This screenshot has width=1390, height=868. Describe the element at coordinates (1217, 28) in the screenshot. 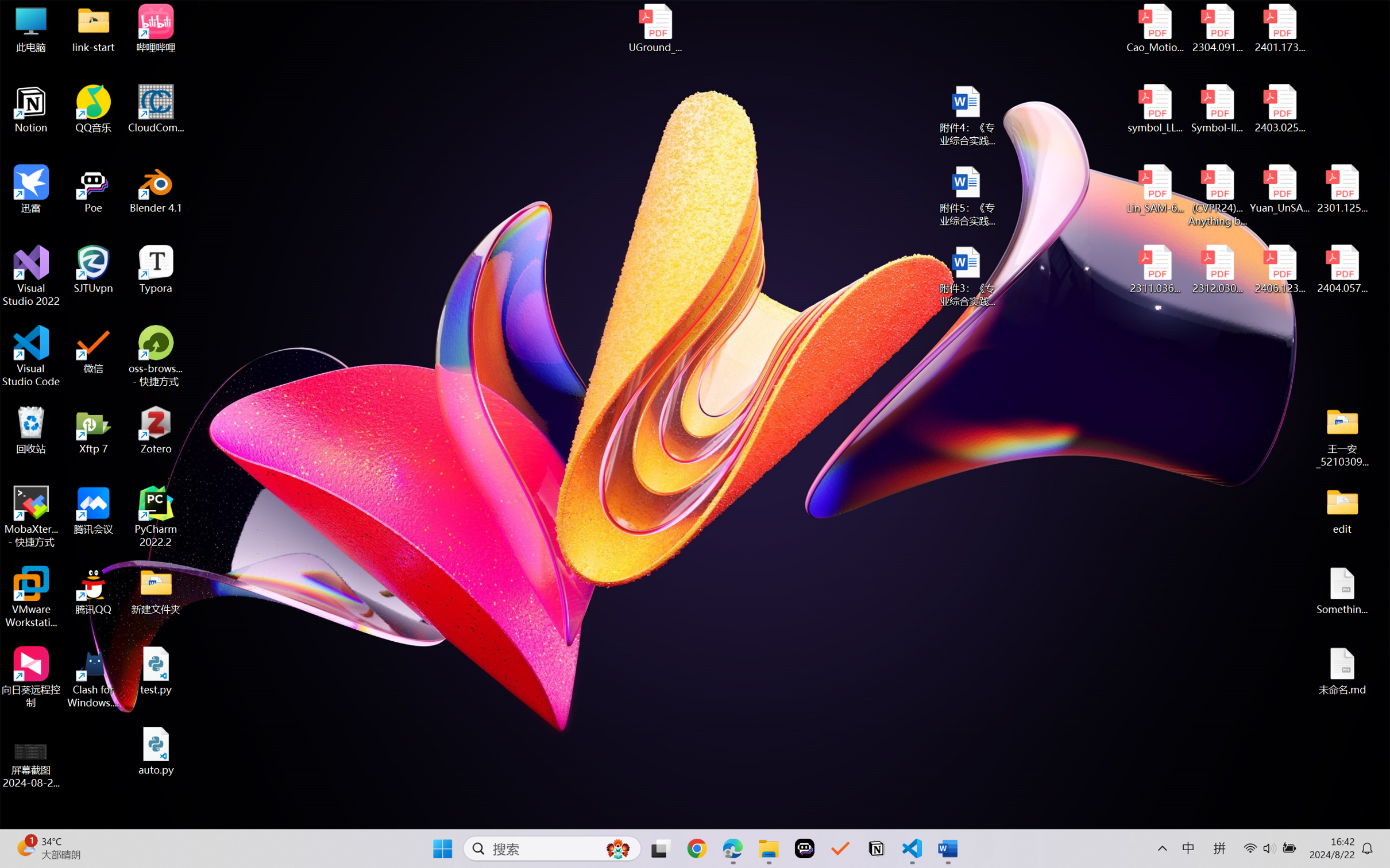

I see `'2304.09121v3.pdf'` at that location.